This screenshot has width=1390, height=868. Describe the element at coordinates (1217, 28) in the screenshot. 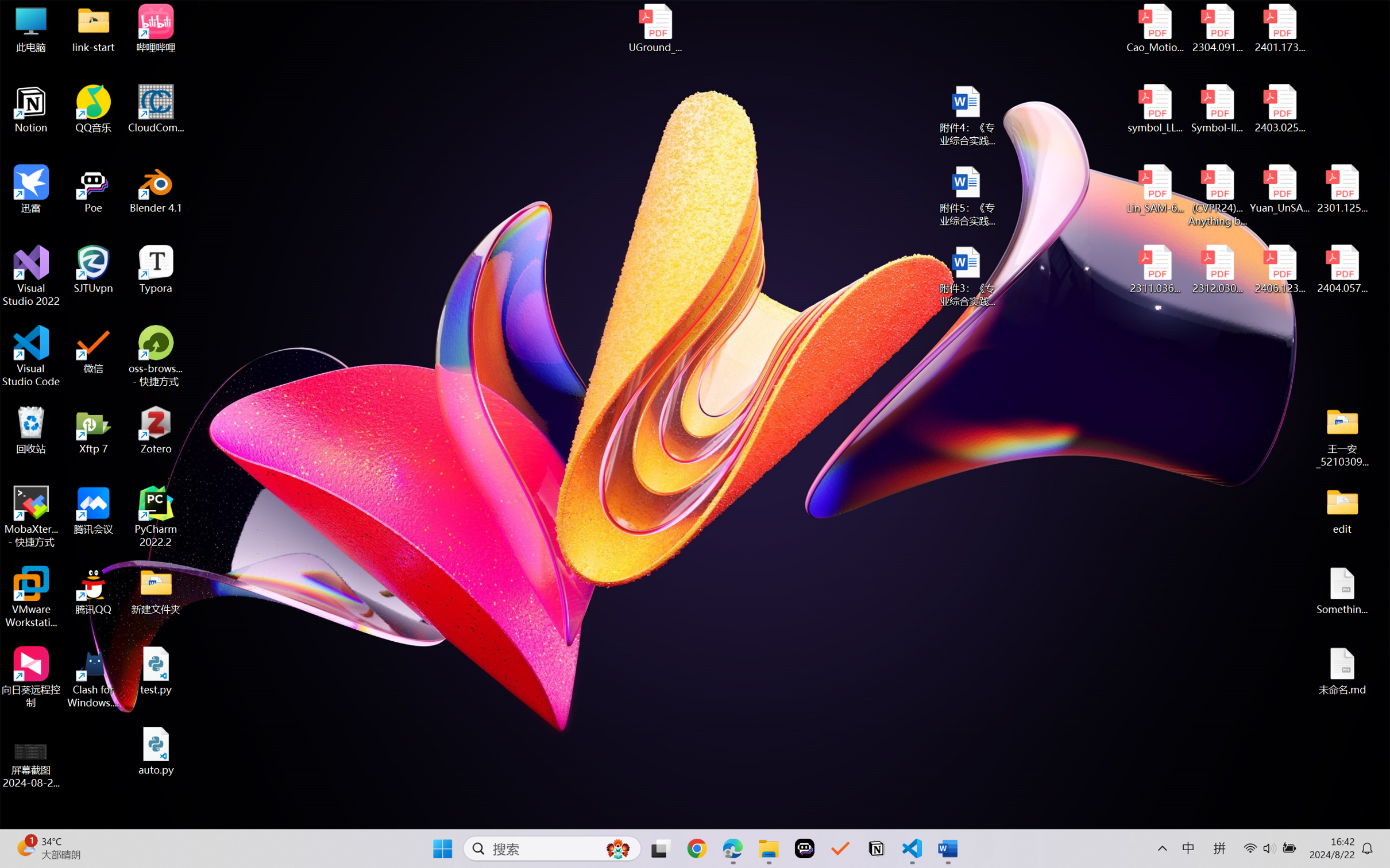

I see `'2304.09121v3.pdf'` at that location.